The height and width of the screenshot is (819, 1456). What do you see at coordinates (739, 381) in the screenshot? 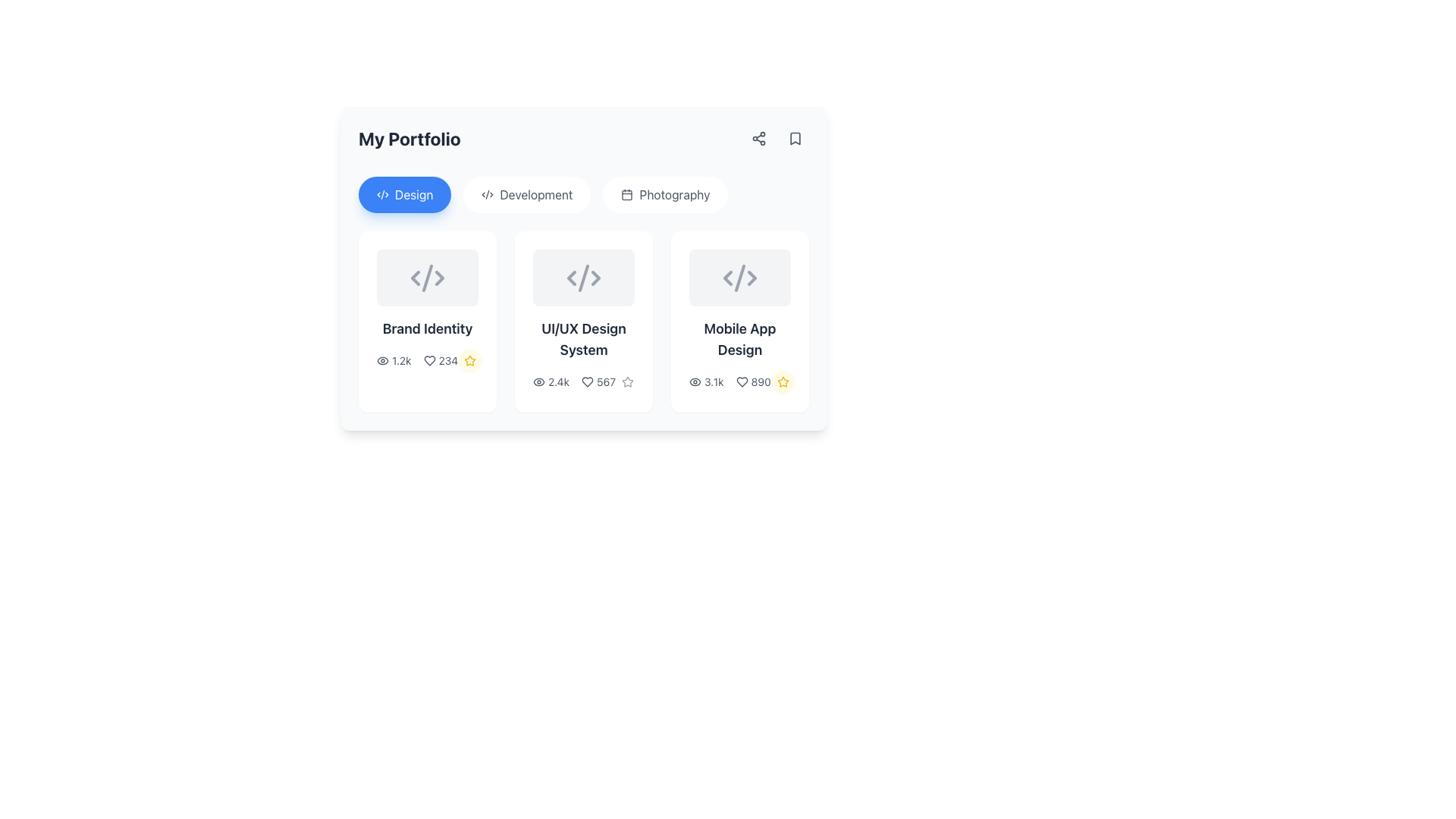
I see `the text '890' which is displayed in gray next to a red heart icon, located in the 'Mobile App Design' card as the central element in a row of three` at bounding box center [739, 381].